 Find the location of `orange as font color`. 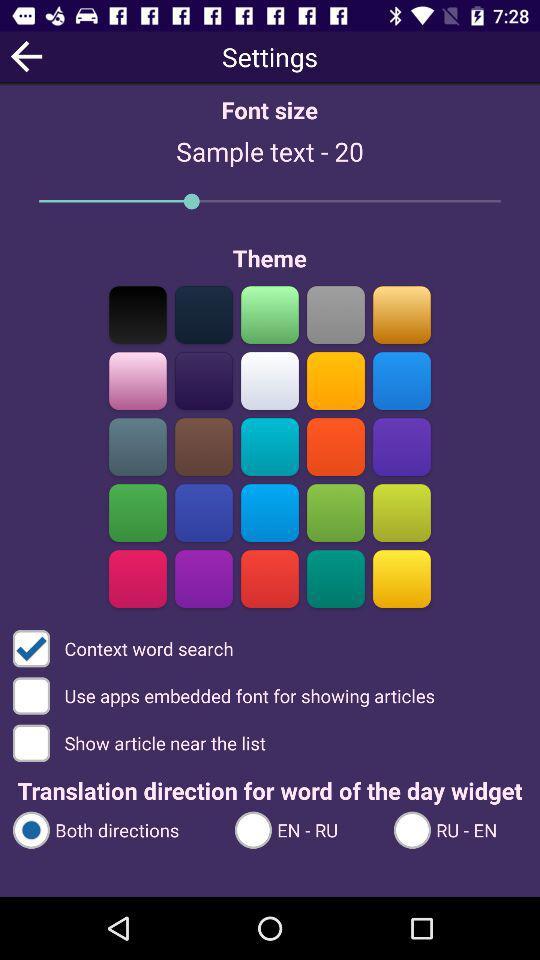

orange as font color is located at coordinates (335, 446).